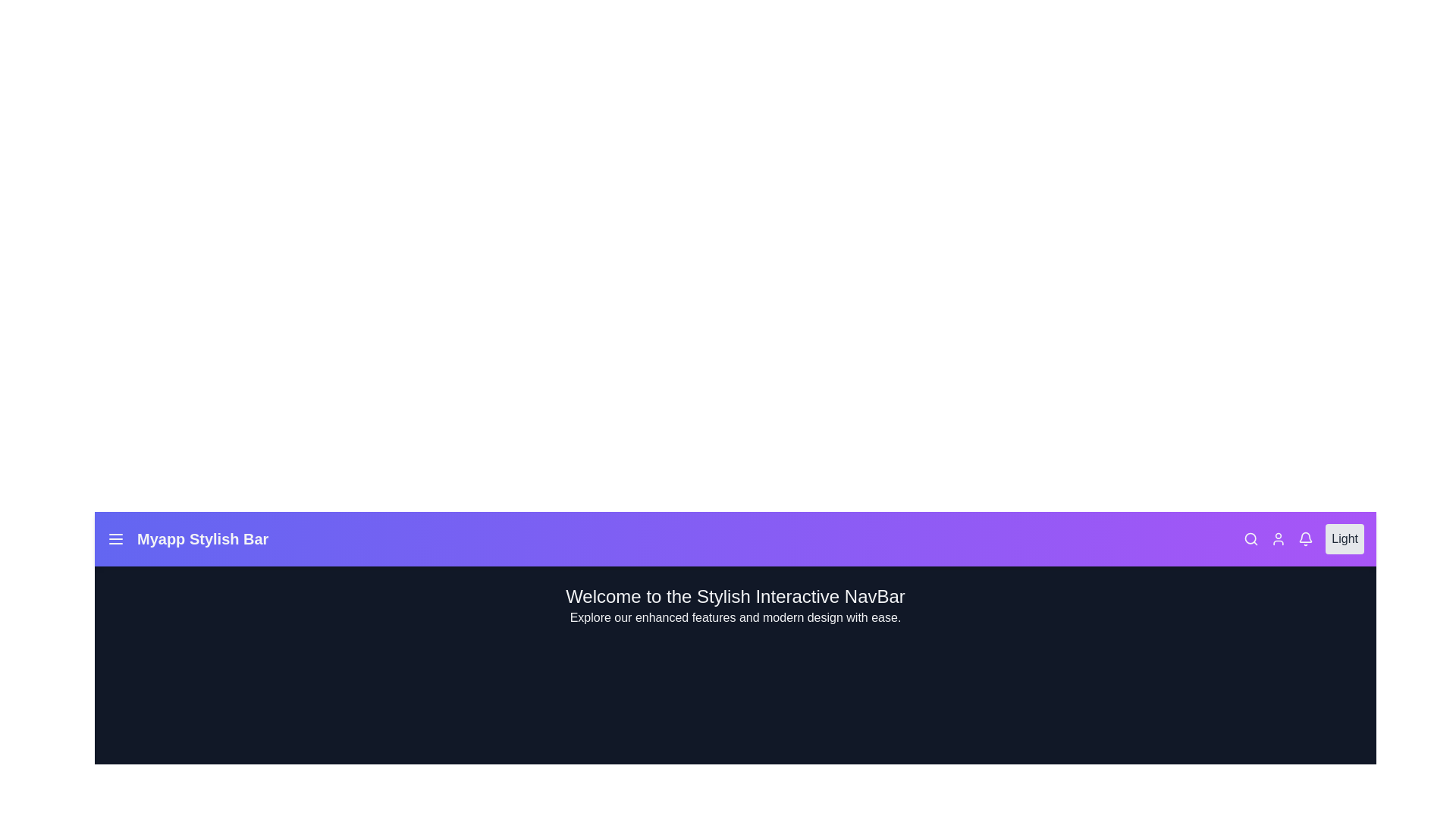 This screenshot has height=819, width=1456. What do you see at coordinates (1251, 538) in the screenshot?
I see `the search icon to open the search input` at bounding box center [1251, 538].